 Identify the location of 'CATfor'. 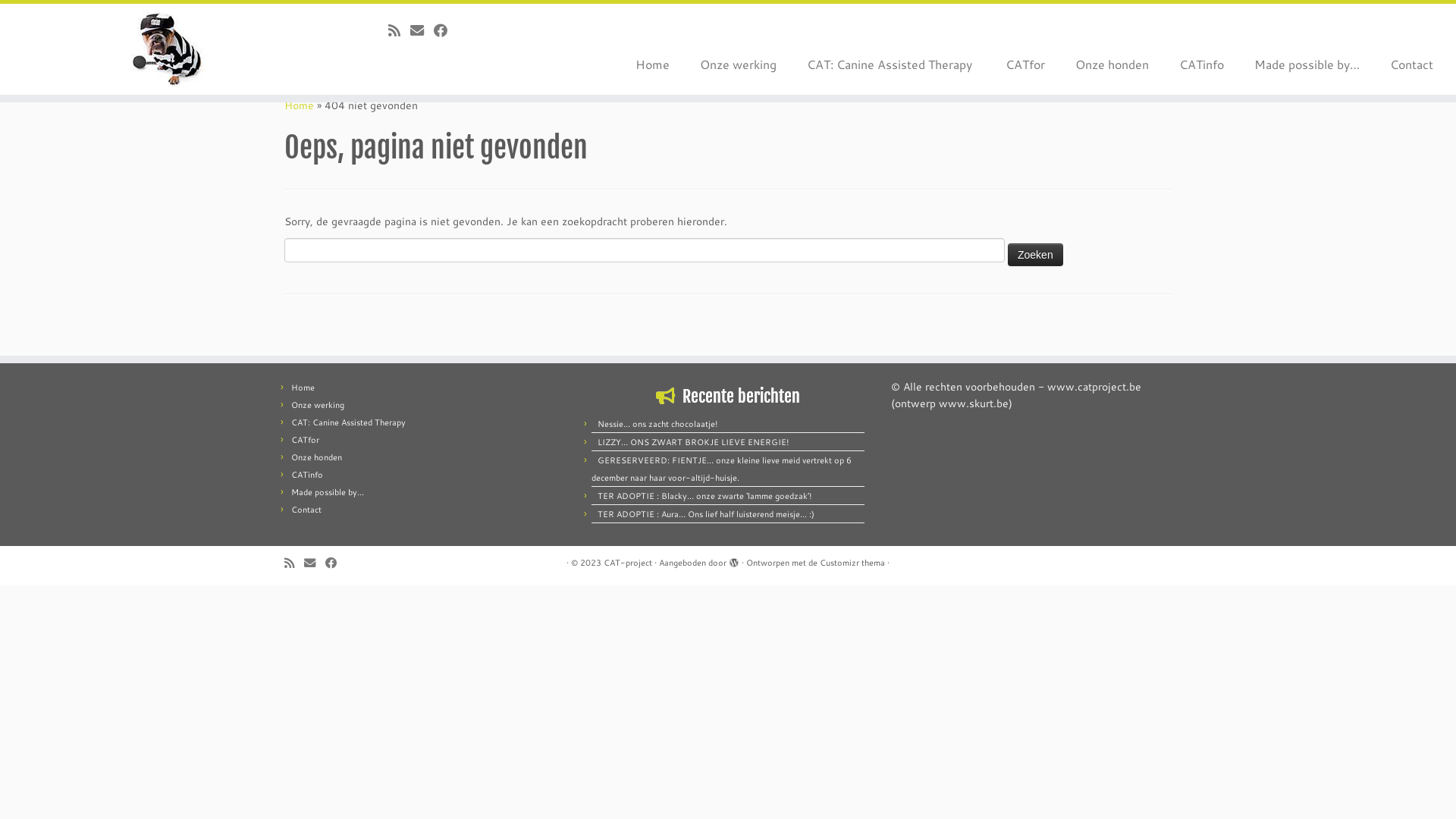
(304, 439).